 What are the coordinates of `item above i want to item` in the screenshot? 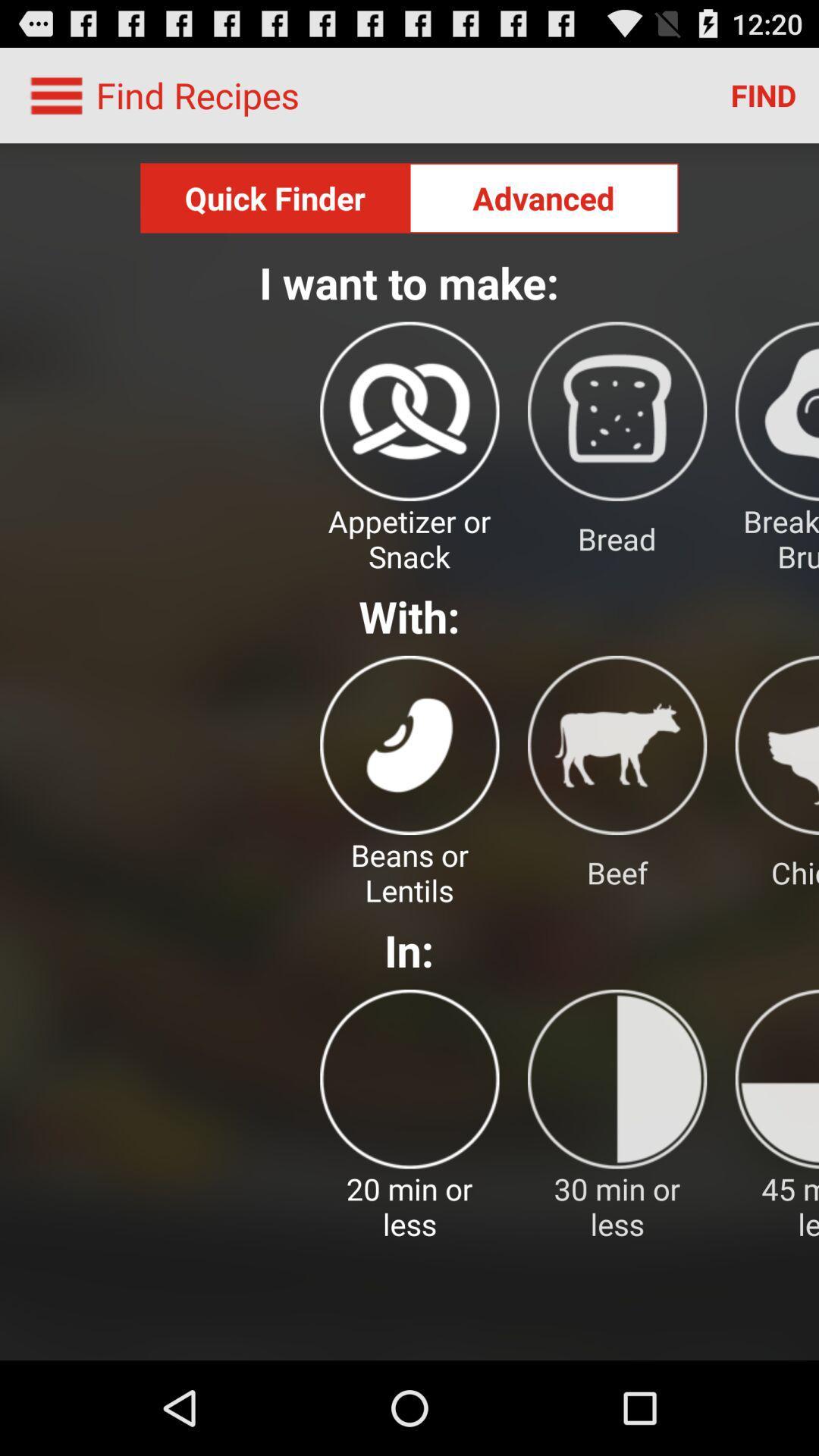 It's located at (543, 197).